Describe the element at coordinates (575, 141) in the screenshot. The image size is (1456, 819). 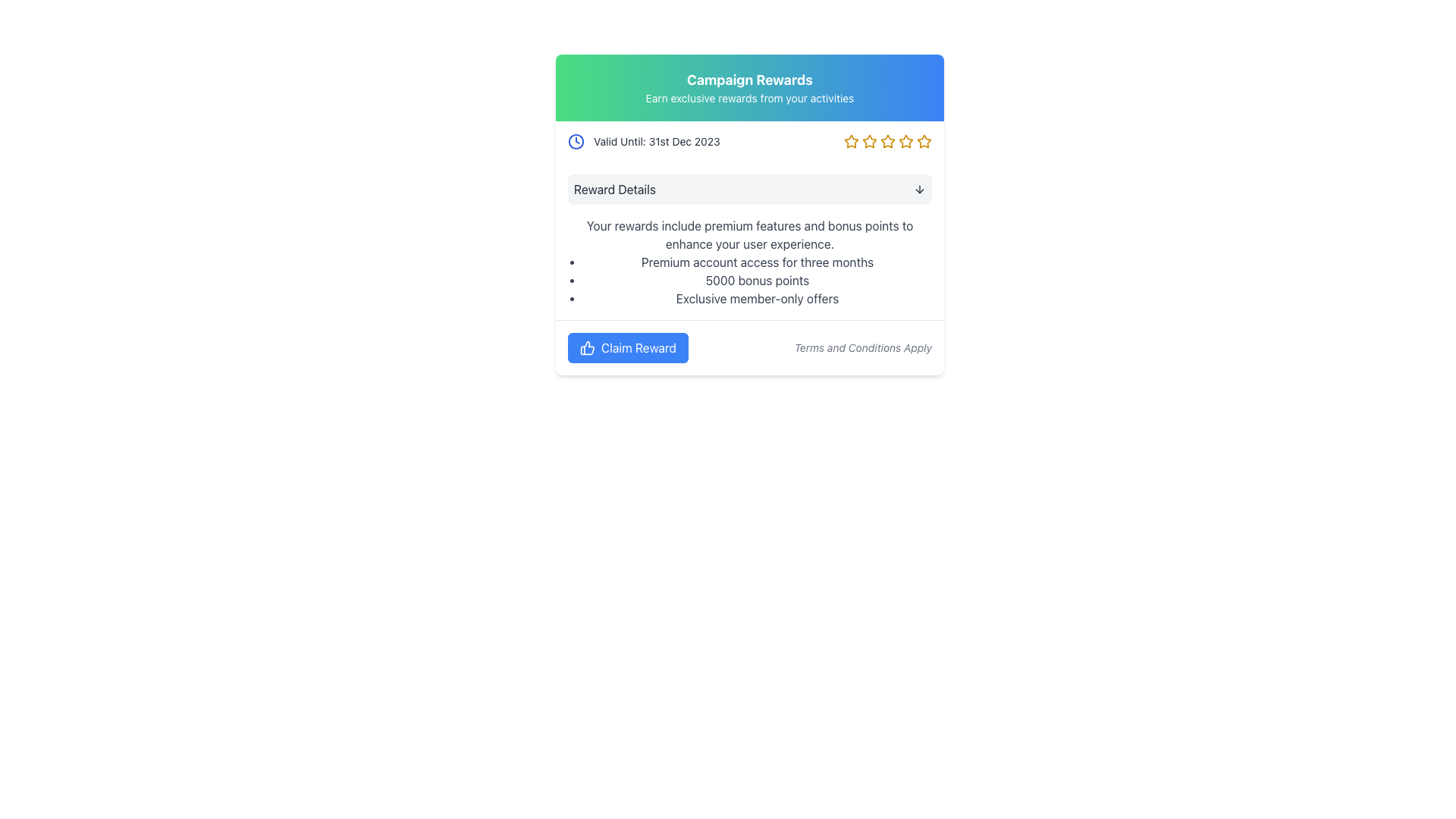
I see `keyboard navigation` at that location.